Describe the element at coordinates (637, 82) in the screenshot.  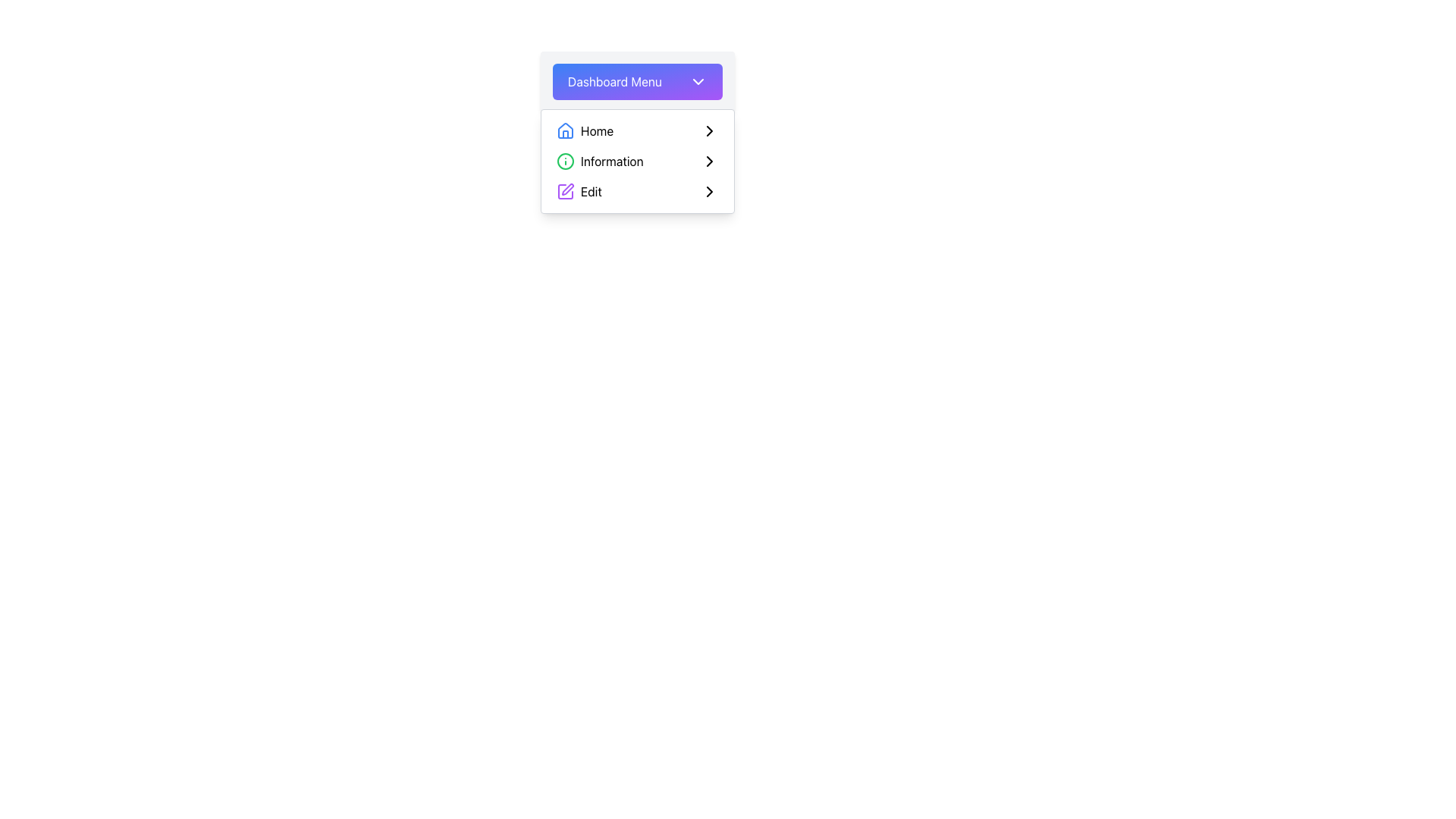
I see `the 'Dashboard Menu' button, which is a rectangular button with rounded edges and a gradient blue-to-purple background` at that location.